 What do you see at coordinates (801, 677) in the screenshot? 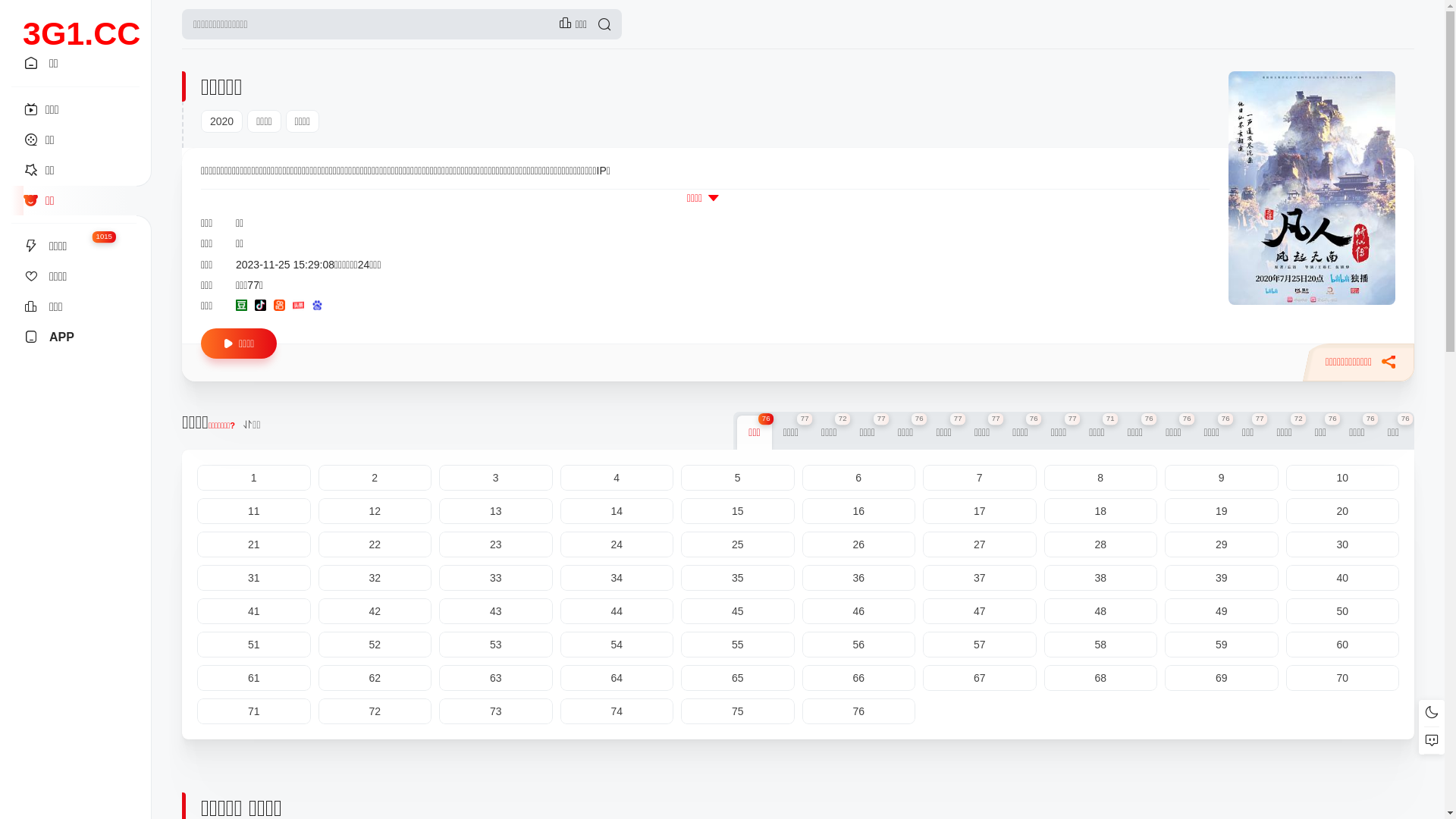
I see `'66'` at bounding box center [801, 677].